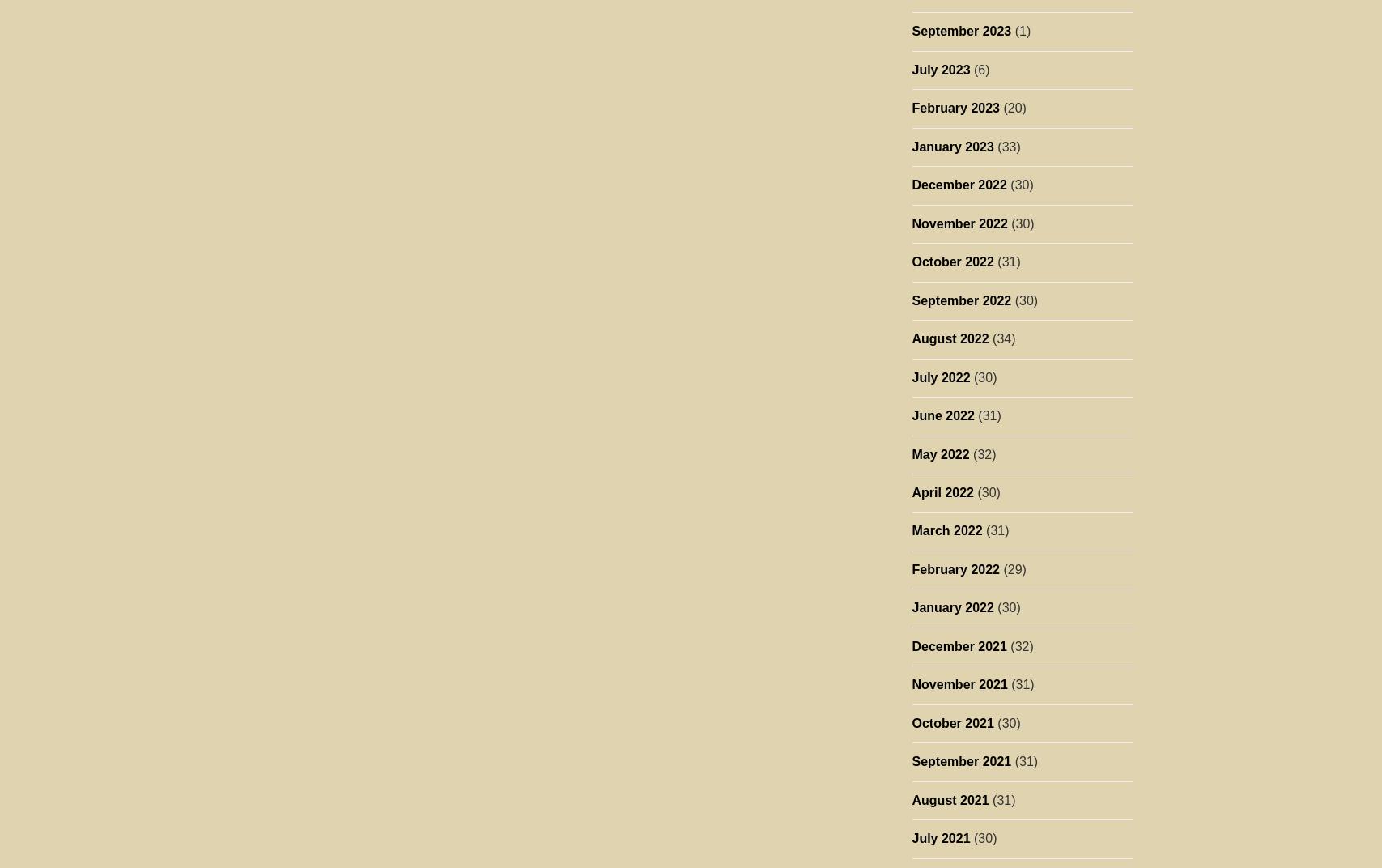 This screenshot has height=868, width=1382. Describe the element at coordinates (910, 222) in the screenshot. I see `'November 2022'` at that location.